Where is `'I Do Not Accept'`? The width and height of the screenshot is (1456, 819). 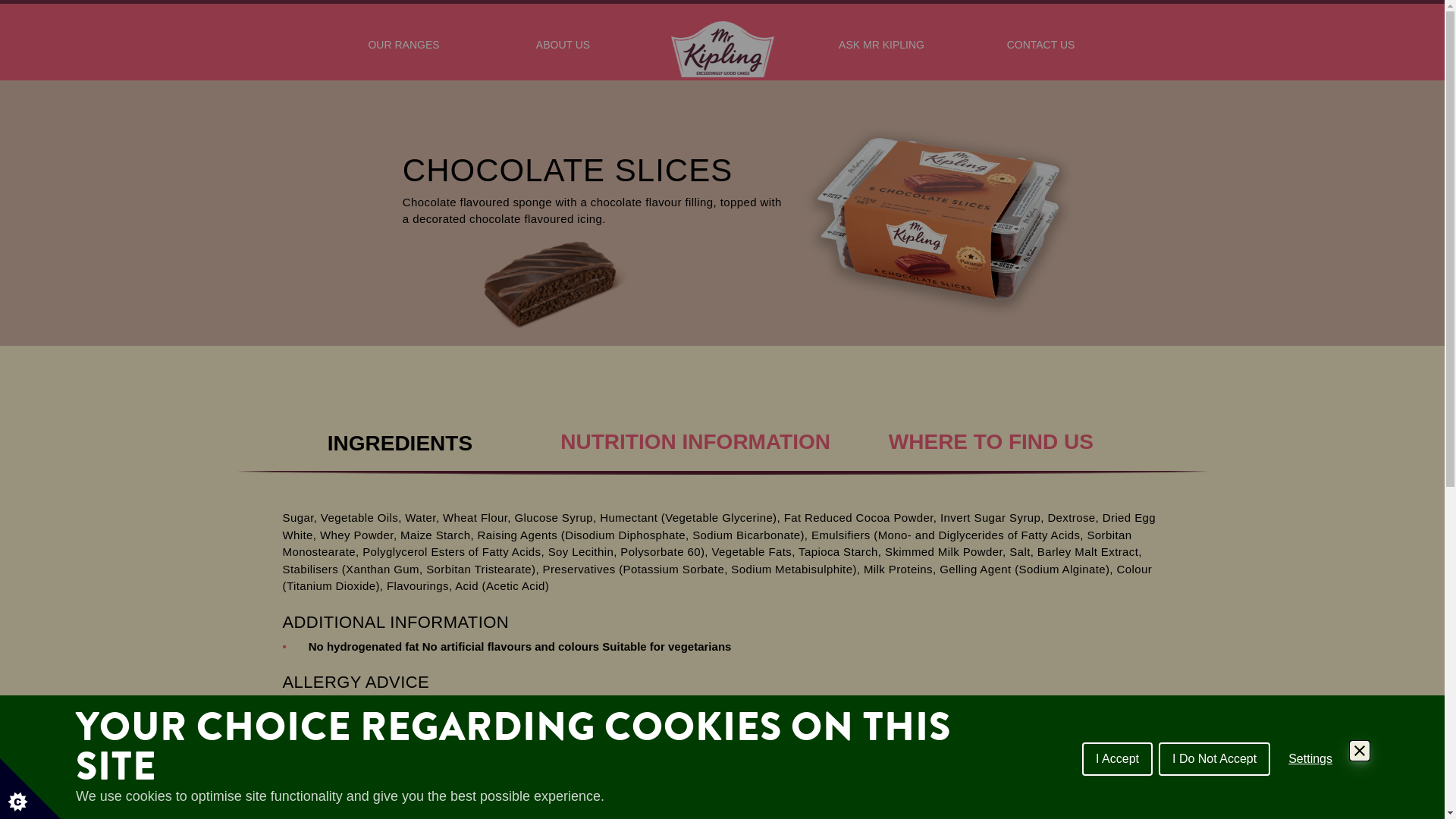 'I Do Not Accept' is located at coordinates (1157, 758).